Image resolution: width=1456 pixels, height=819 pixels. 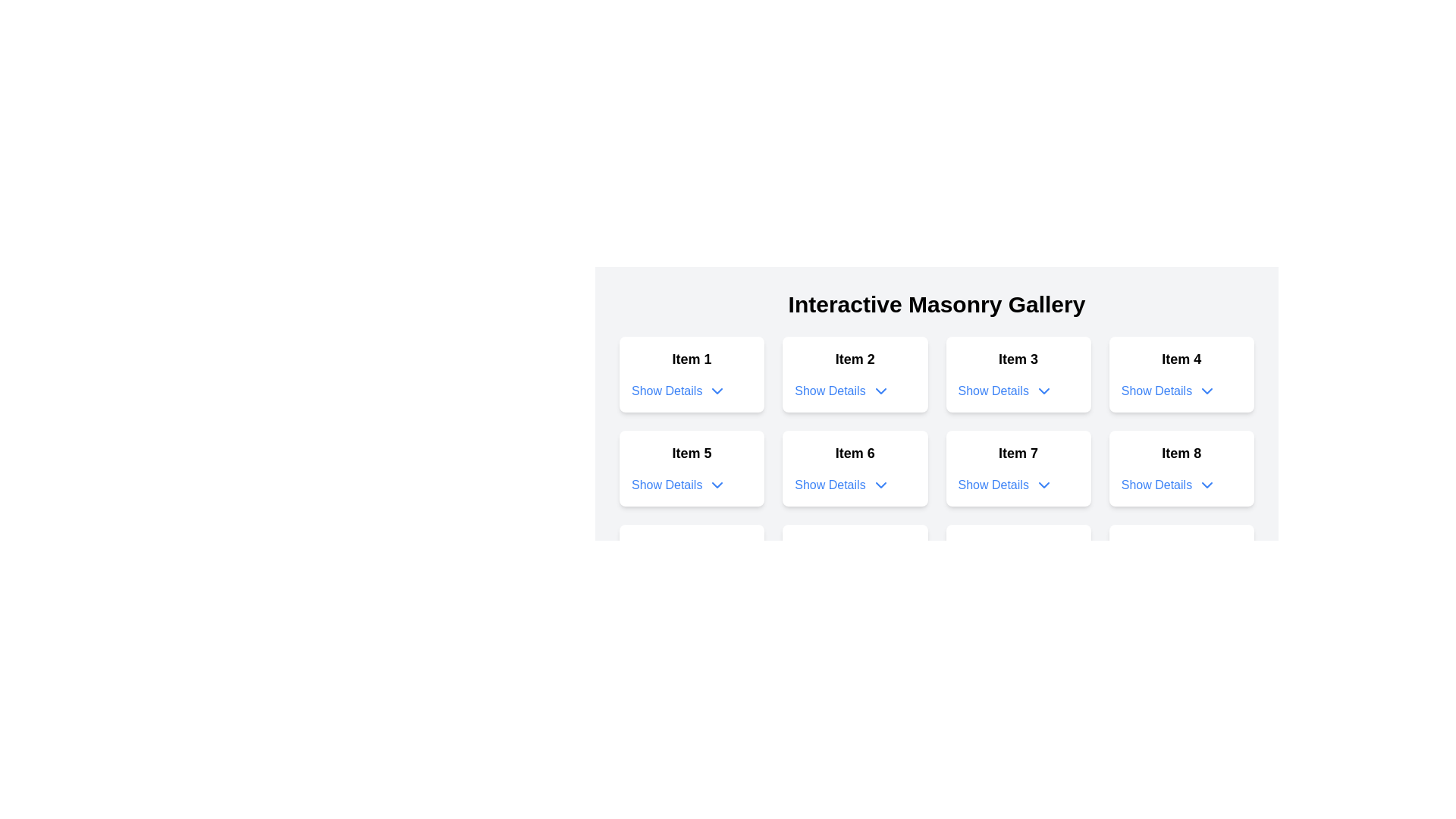 I want to click on the hyperlink text located below 'Item 2', so click(x=829, y=391).